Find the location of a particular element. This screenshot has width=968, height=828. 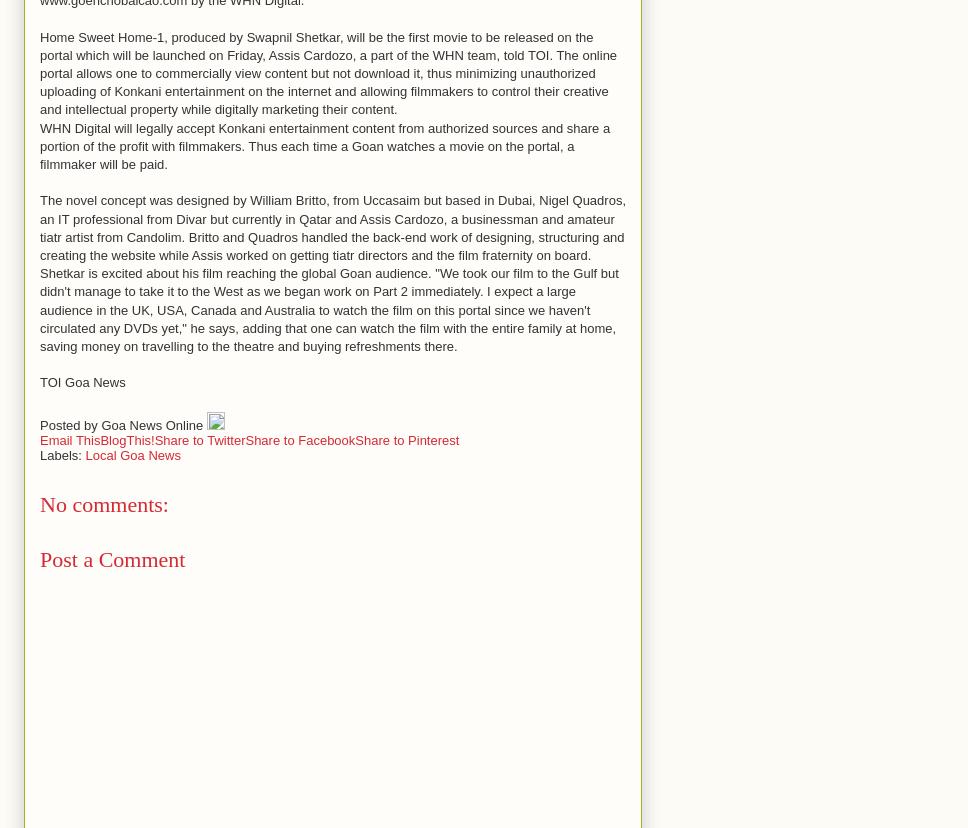

'Share to Pinterest' is located at coordinates (407, 439).